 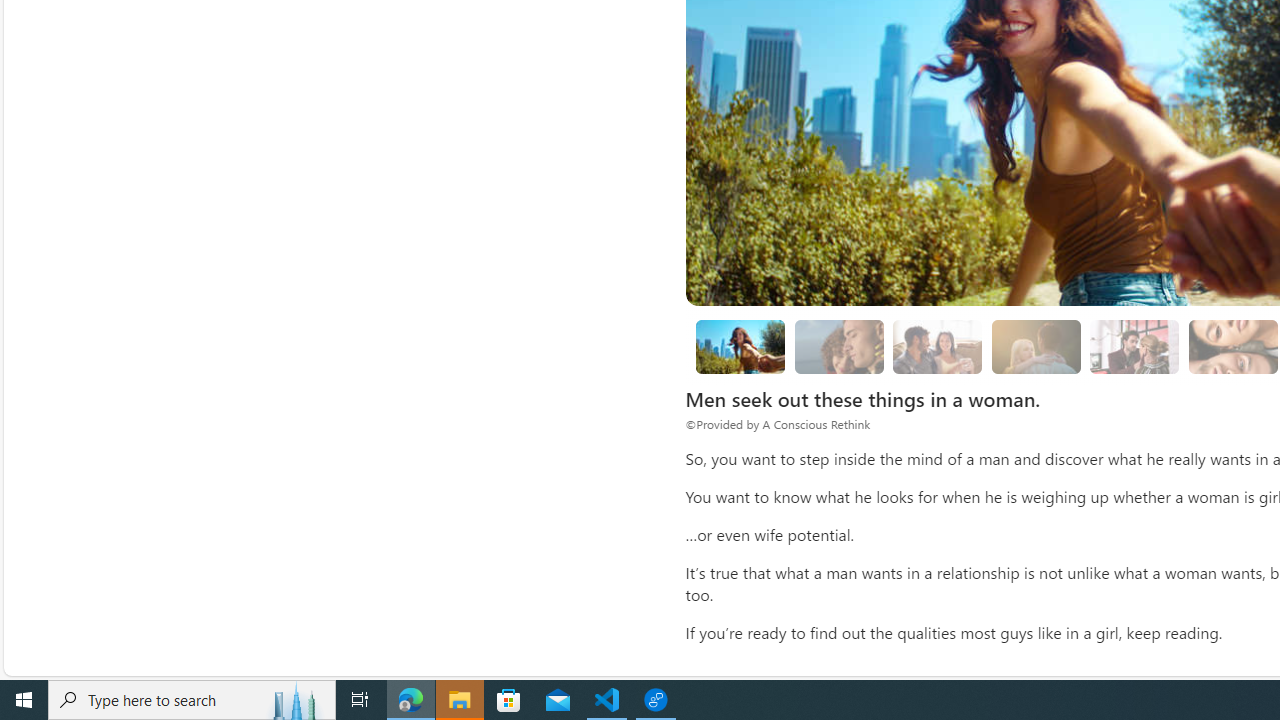 I want to click on '1. She is compassionate.', so click(x=839, y=345).